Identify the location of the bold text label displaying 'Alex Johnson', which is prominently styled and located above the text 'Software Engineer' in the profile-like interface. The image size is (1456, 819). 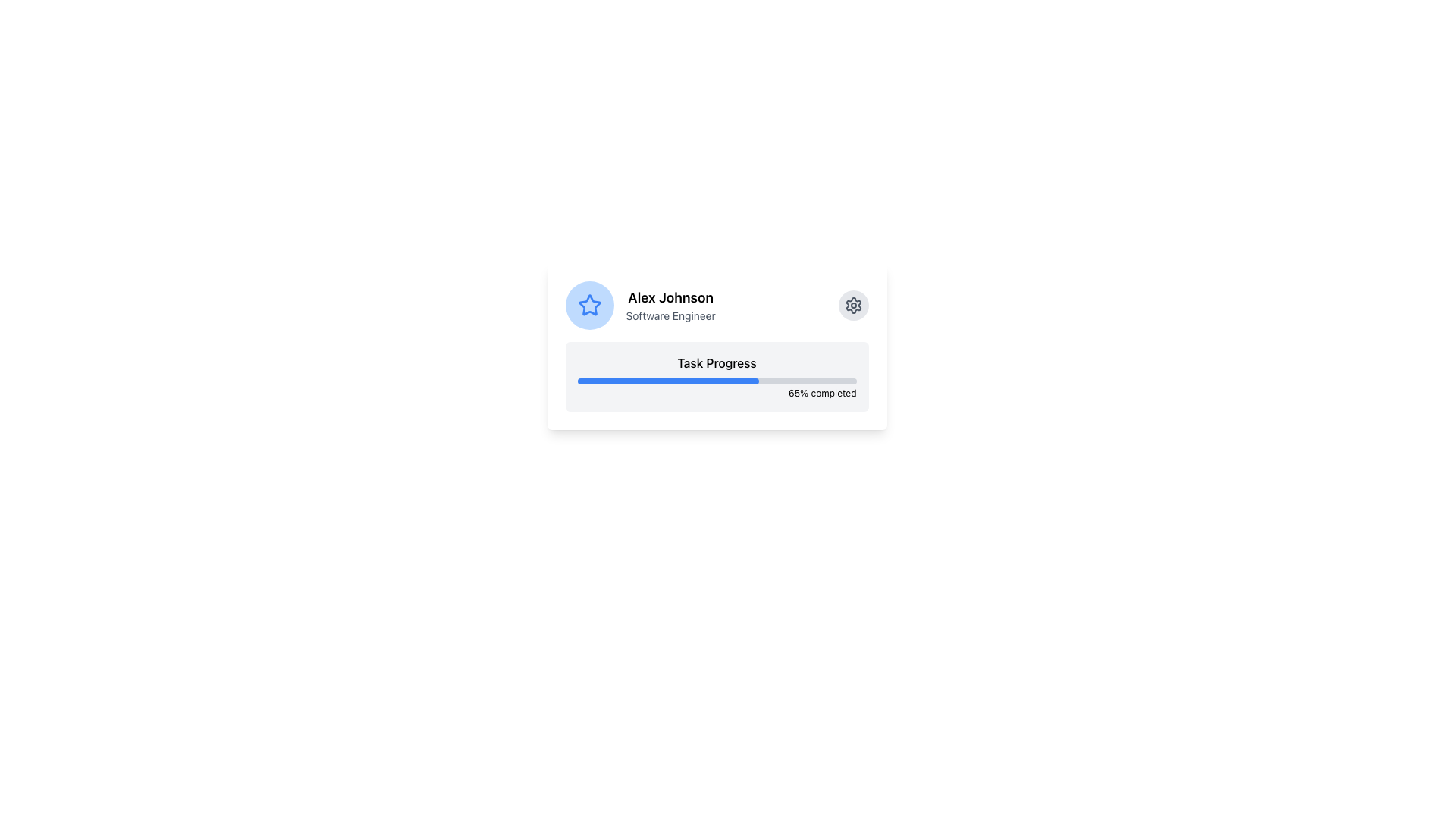
(670, 298).